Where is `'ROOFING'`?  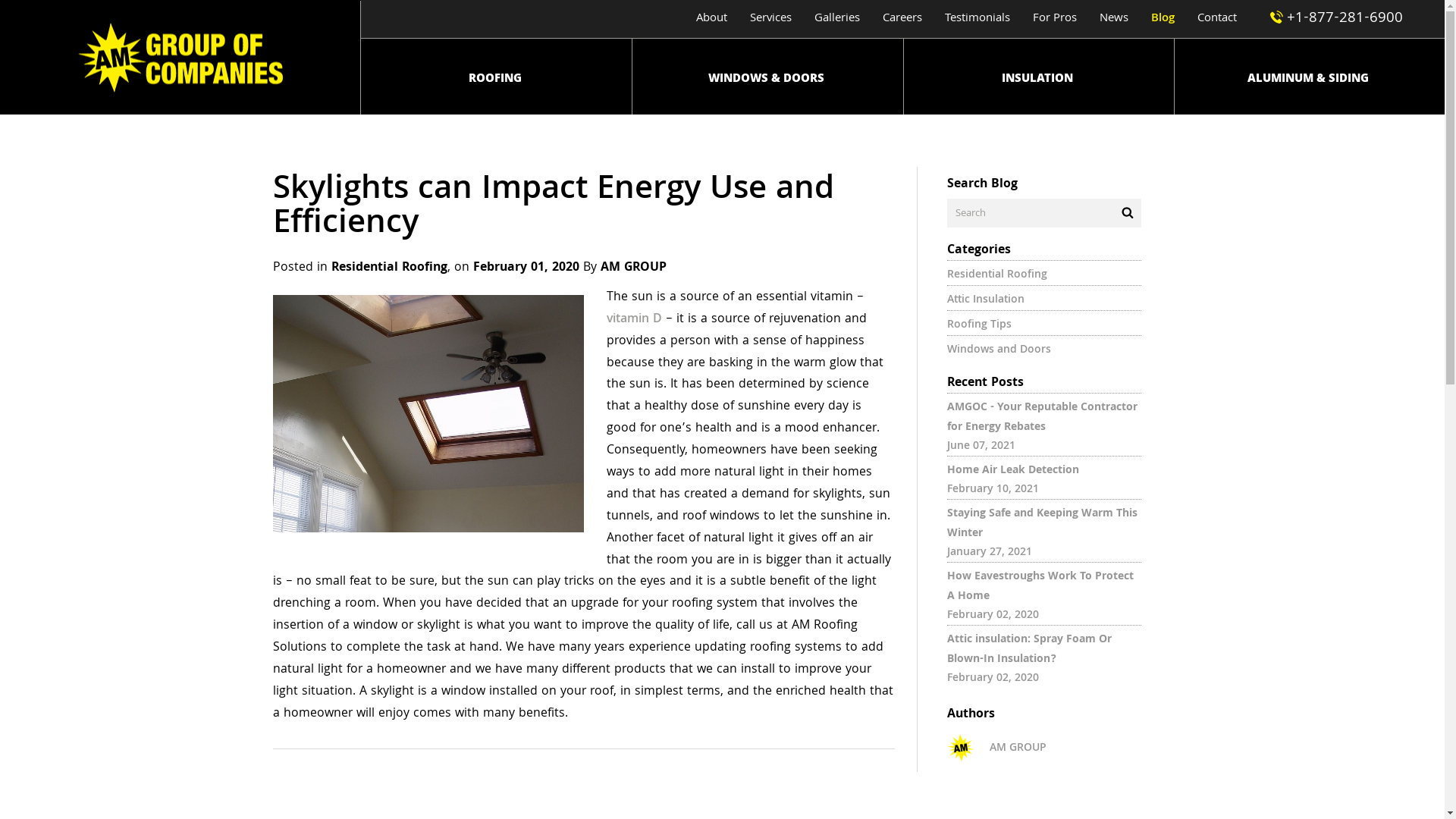 'ROOFING' is located at coordinates (494, 76).